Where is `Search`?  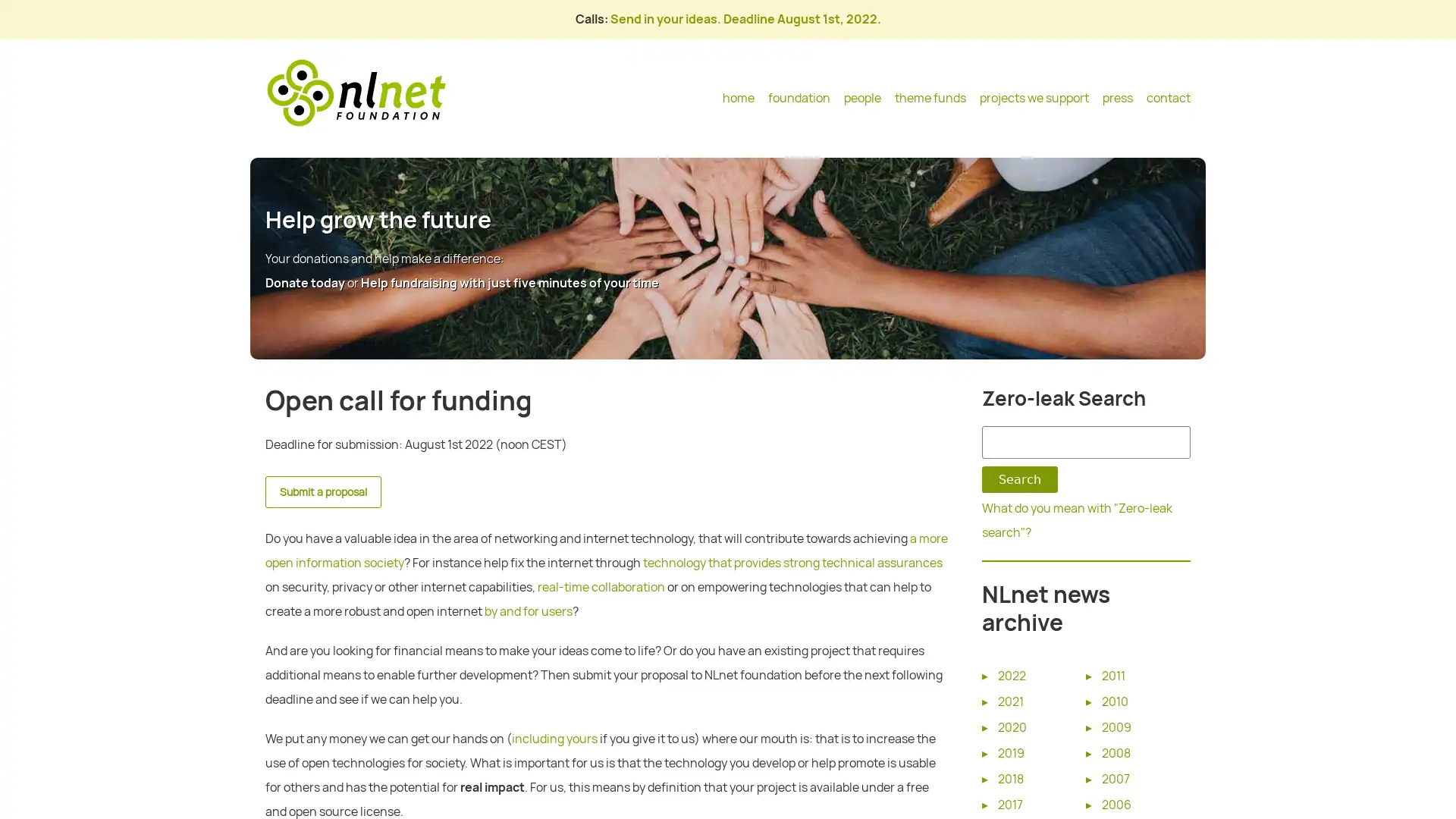 Search is located at coordinates (1019, 479).